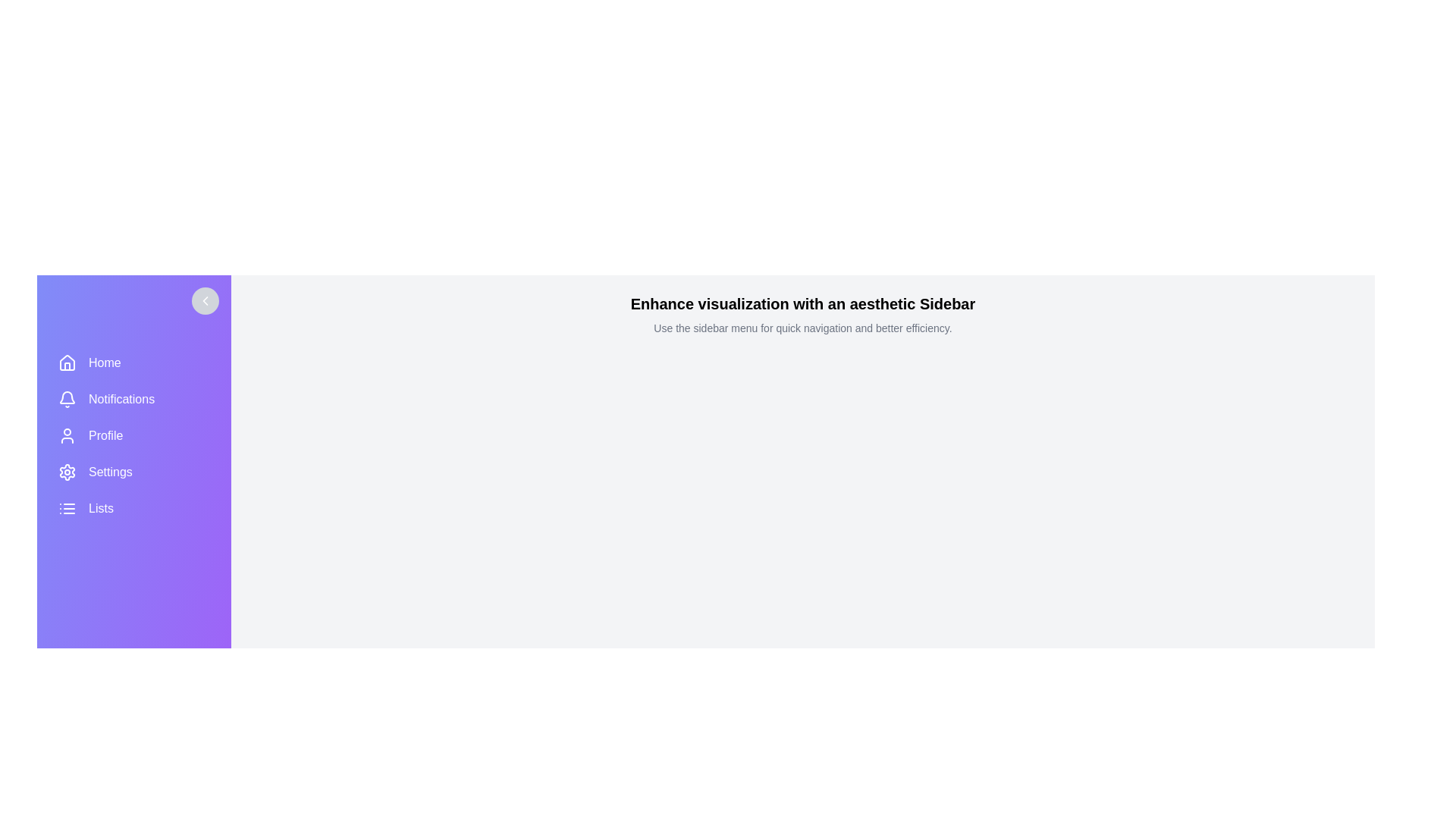 This screenshot has height=819, width=1456. What do you see at coordinates (134, 399) in the screenshot?
I see `the menu item Notifications in the sidebar to navigate` at bounding box center [134, 399].